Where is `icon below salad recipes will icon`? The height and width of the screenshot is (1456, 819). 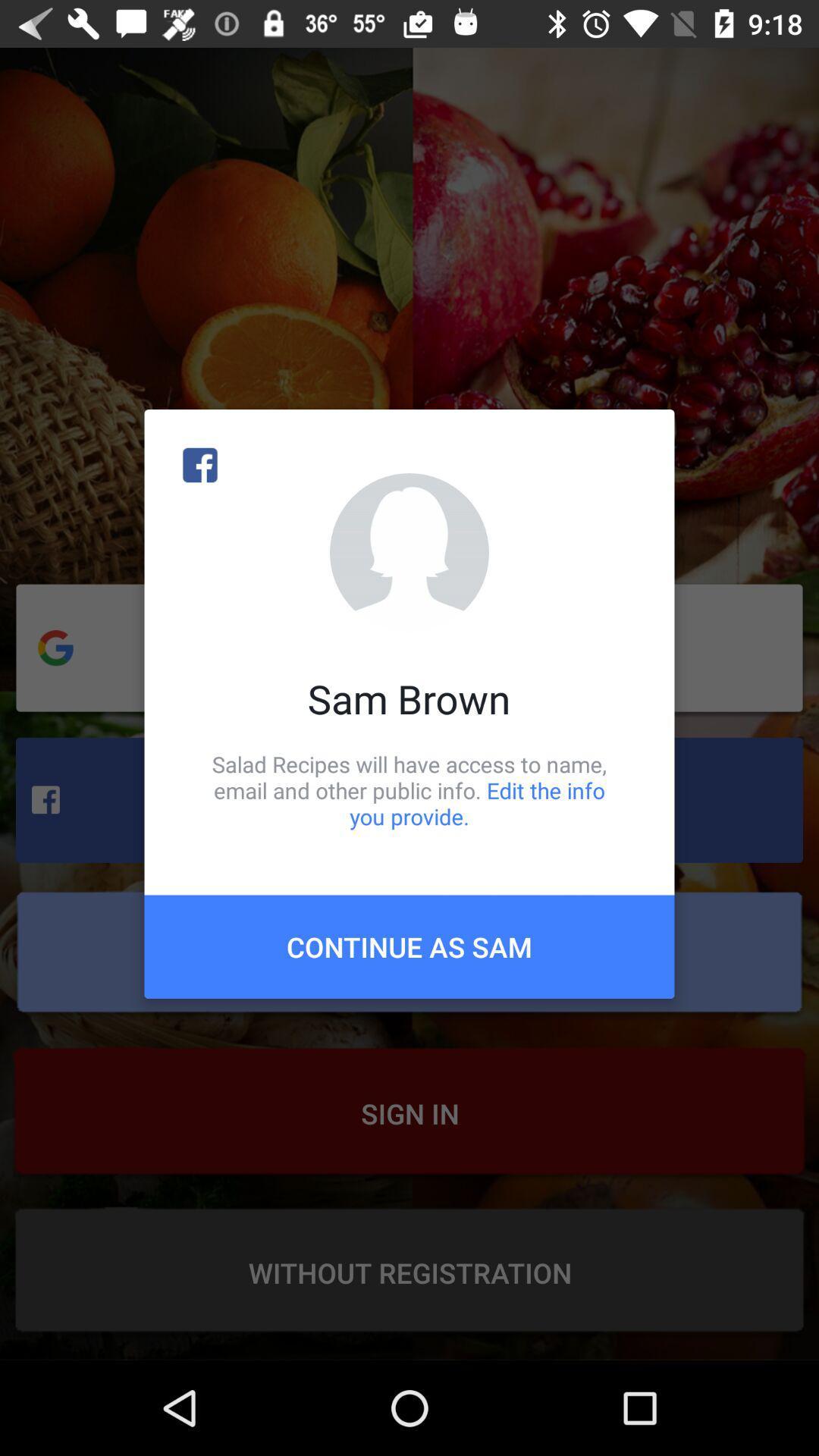
icon below salad recipes will icon is located at coordinates (409, 946).